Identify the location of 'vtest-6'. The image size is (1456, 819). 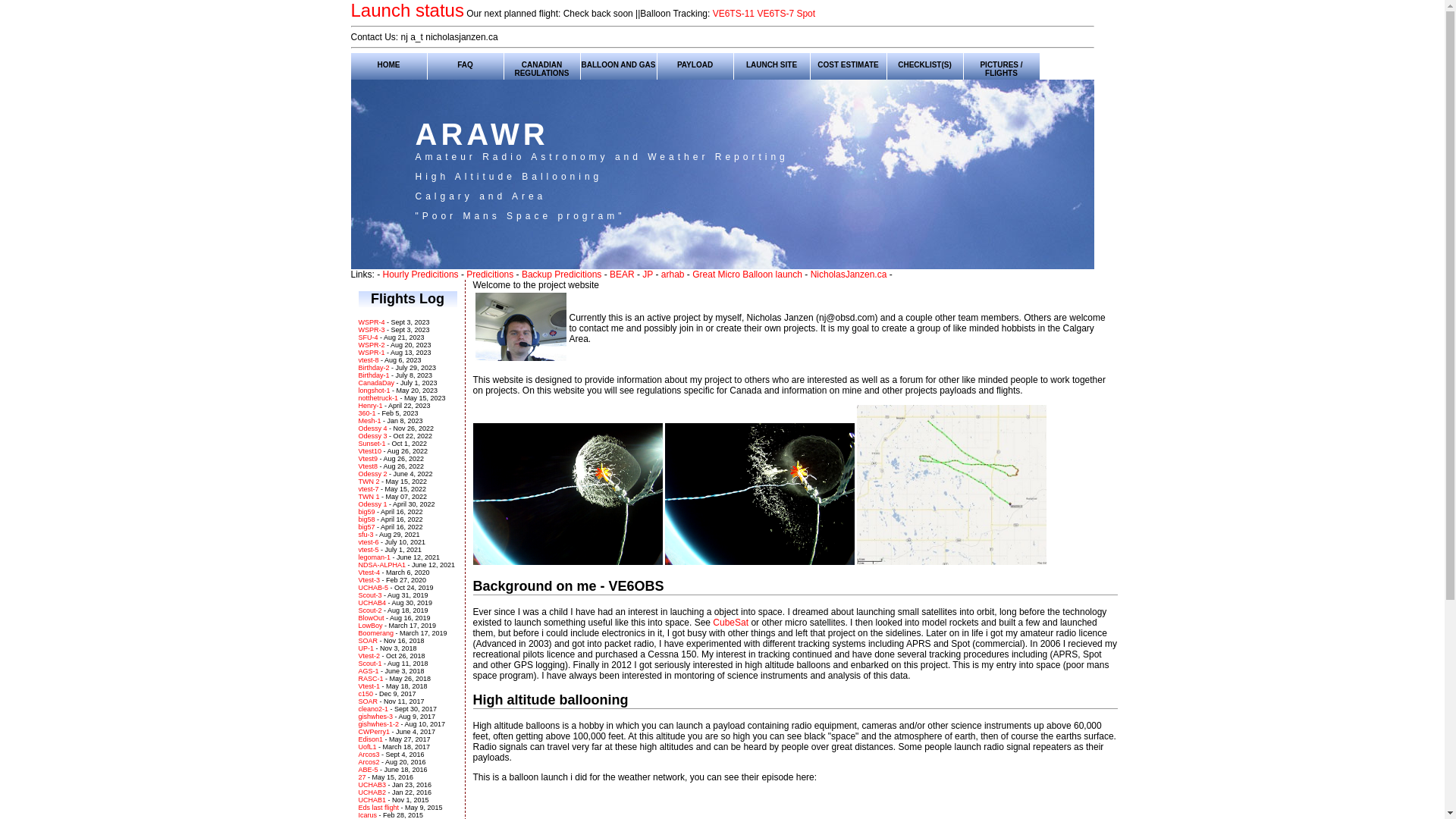
(356, 541).